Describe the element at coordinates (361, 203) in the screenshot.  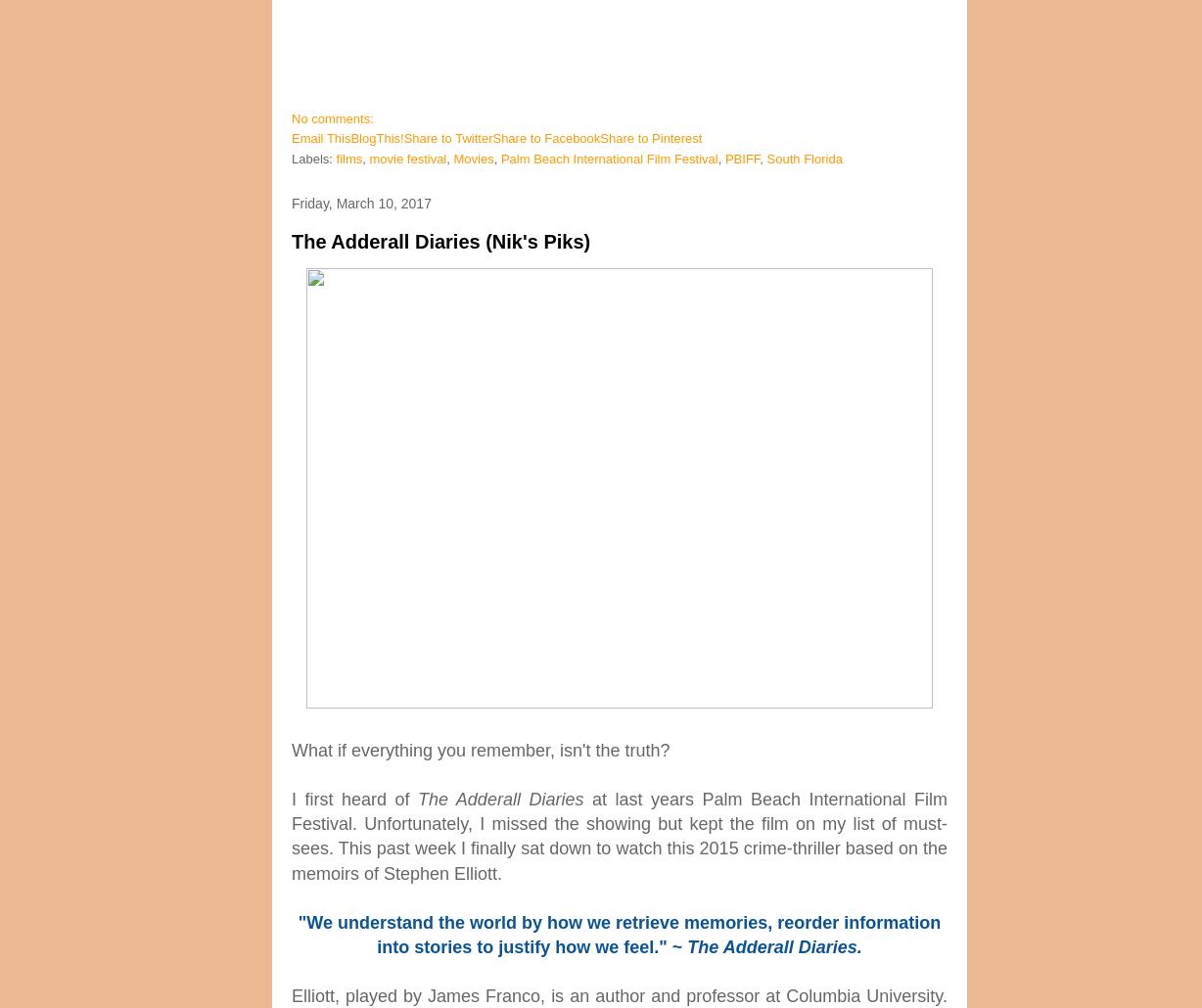
I see `'Friday, March 10, 2017'` at that location.